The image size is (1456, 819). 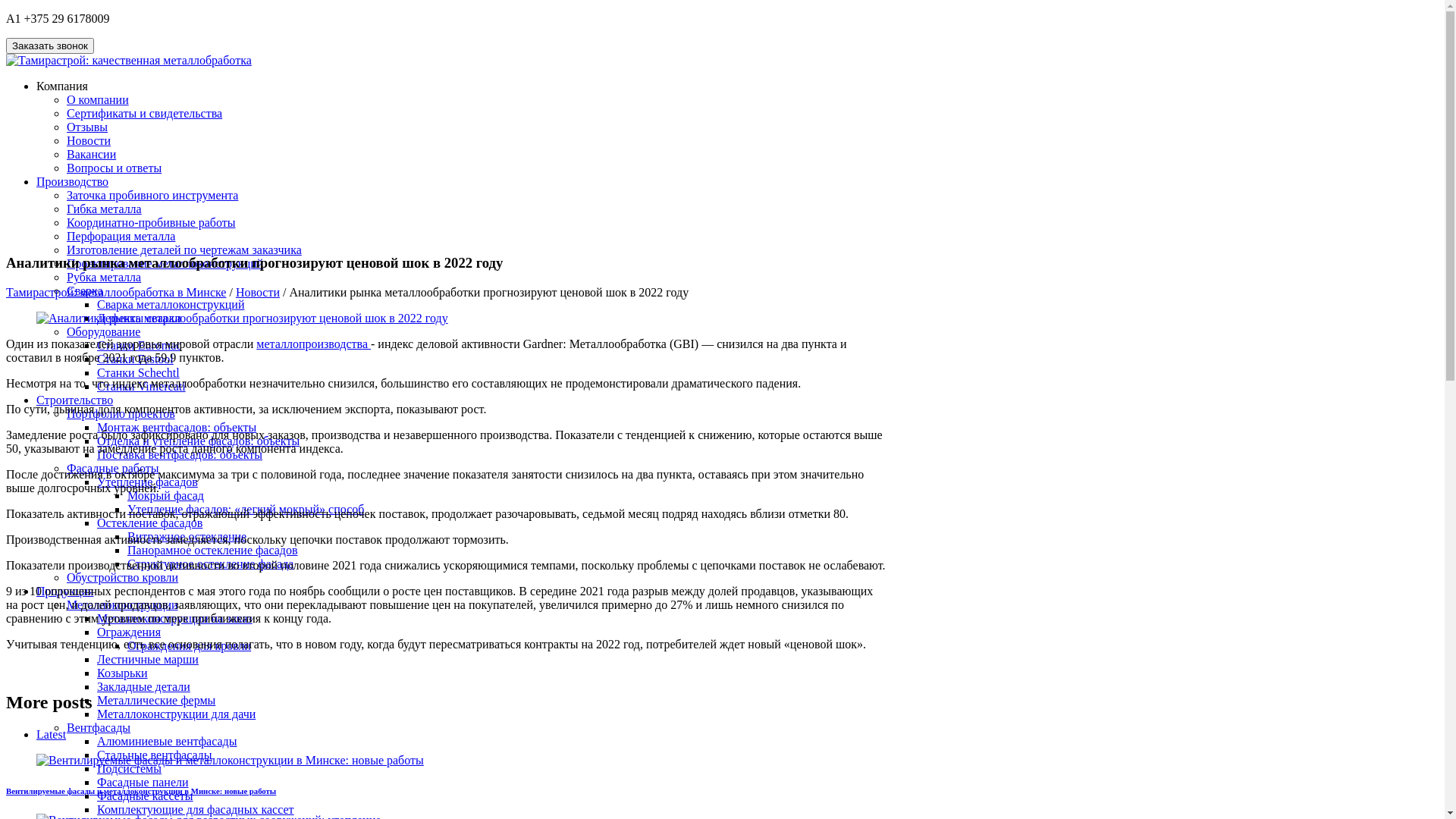 I want to click on 'Latest', so click(x=51, y=733).